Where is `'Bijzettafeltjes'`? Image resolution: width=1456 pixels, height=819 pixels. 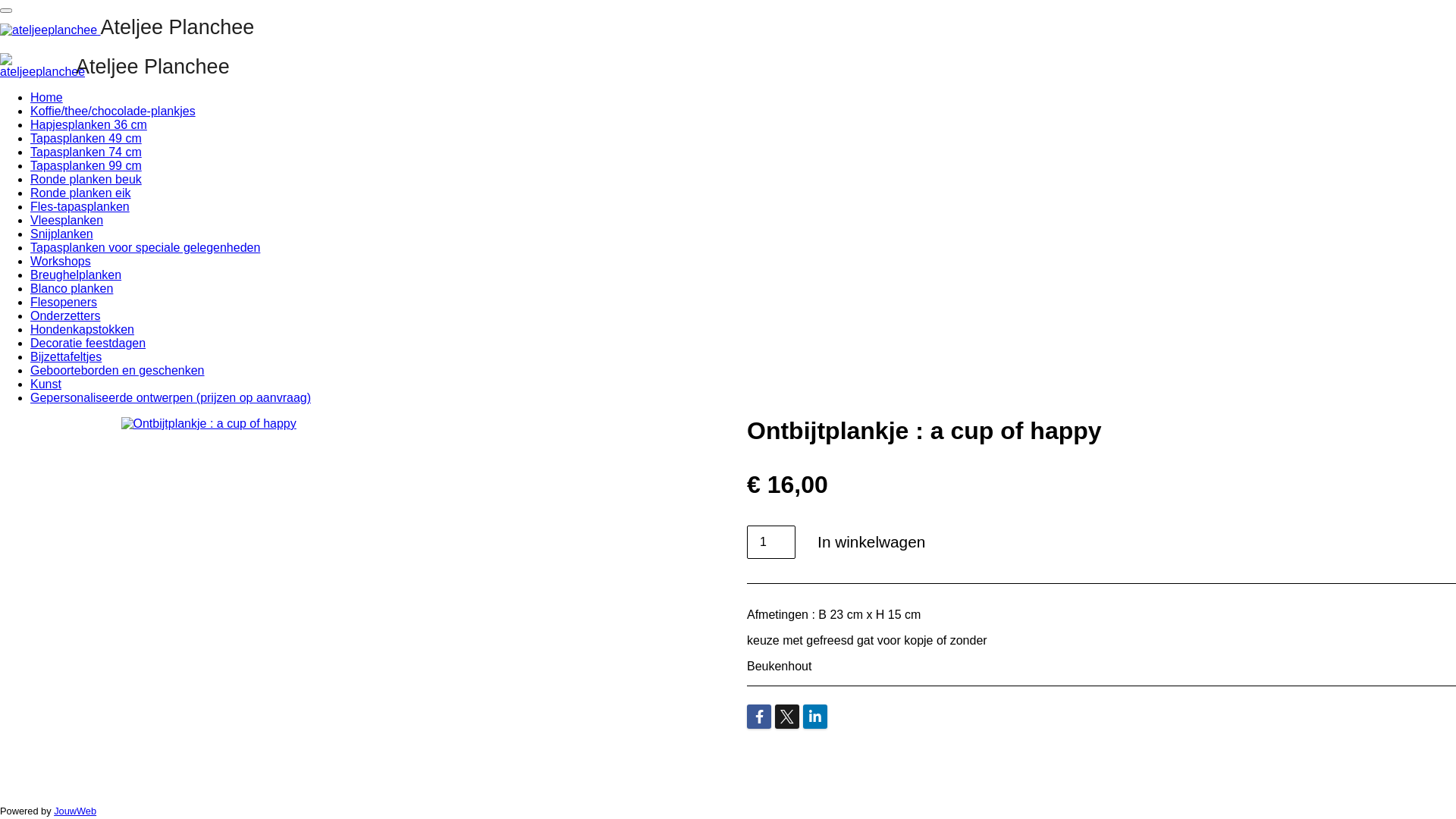 'Bijzettafeltjes' is located at coordinates (64, 356).